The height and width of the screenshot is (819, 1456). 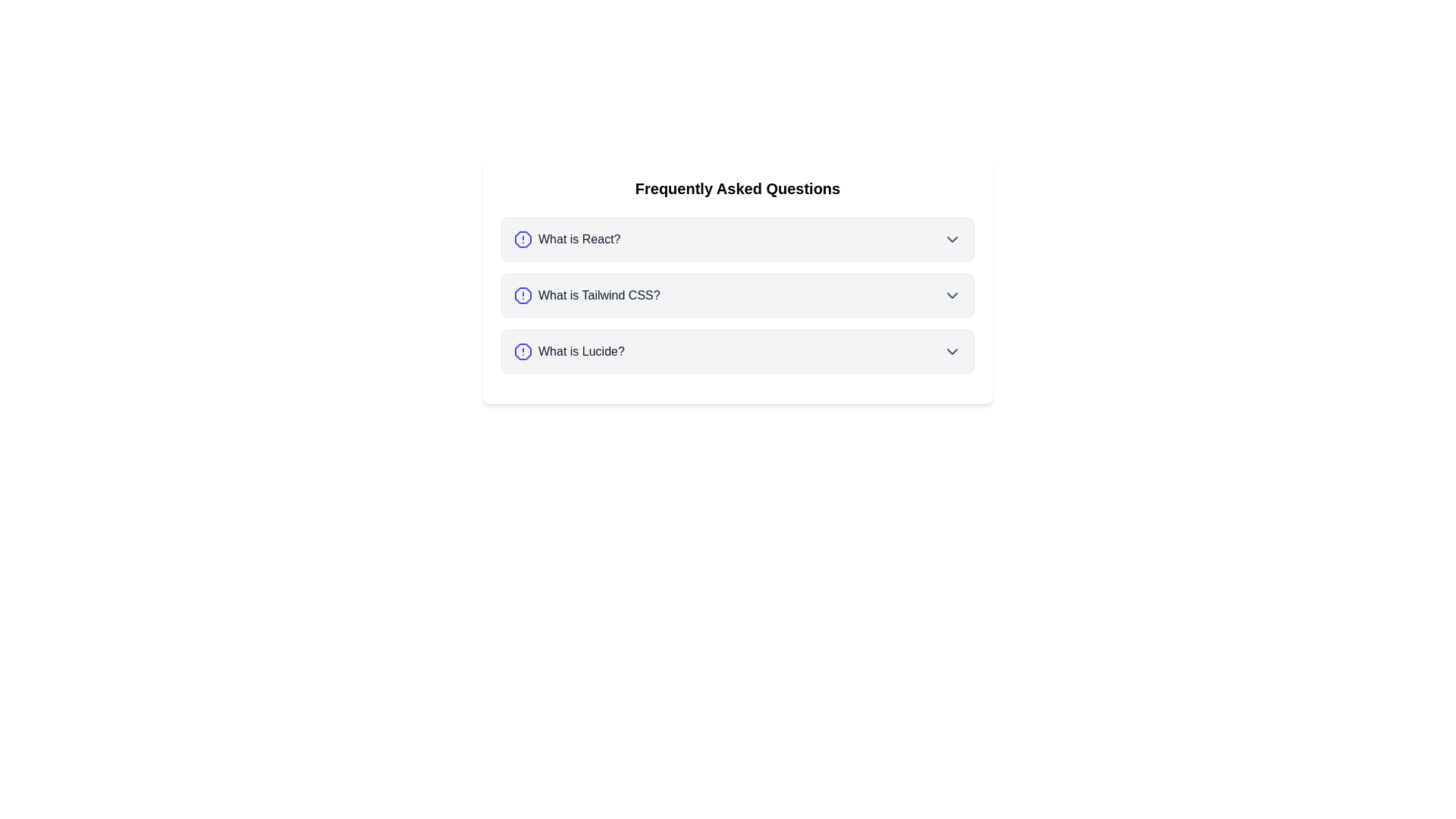 I want to click on the text label reading 'What is React?' which is the first question in the Frequently Asked Questions list, so click(x=579, y=239).